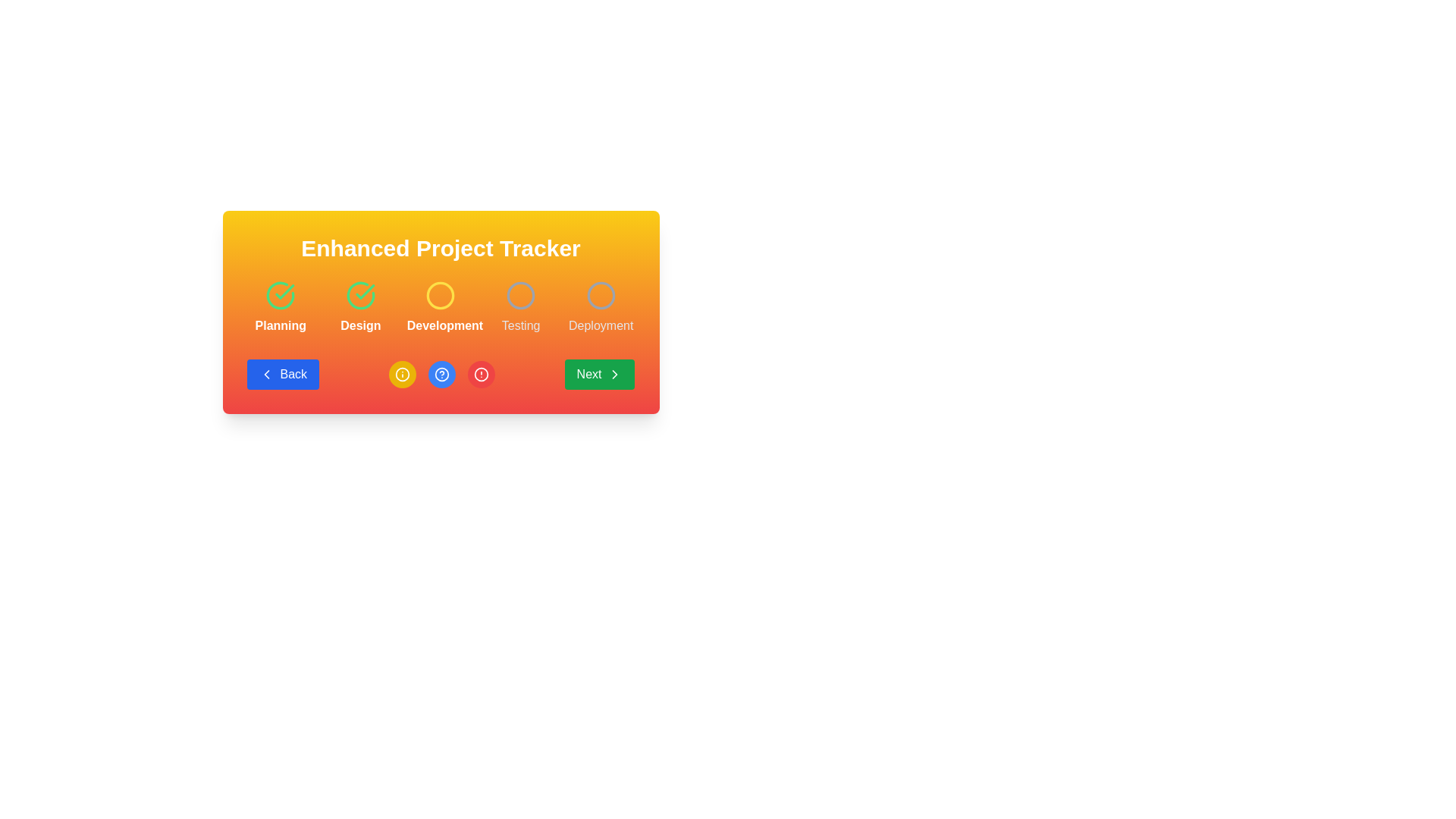  What do you see at coordinates (600, 295) in the screenshot?
I see `the SVG circle component located in the 'Deployment' section of the Enhanced Project Tracker interface, positioned at the top-right of the phase indicators` at bounding box center [600, 295].